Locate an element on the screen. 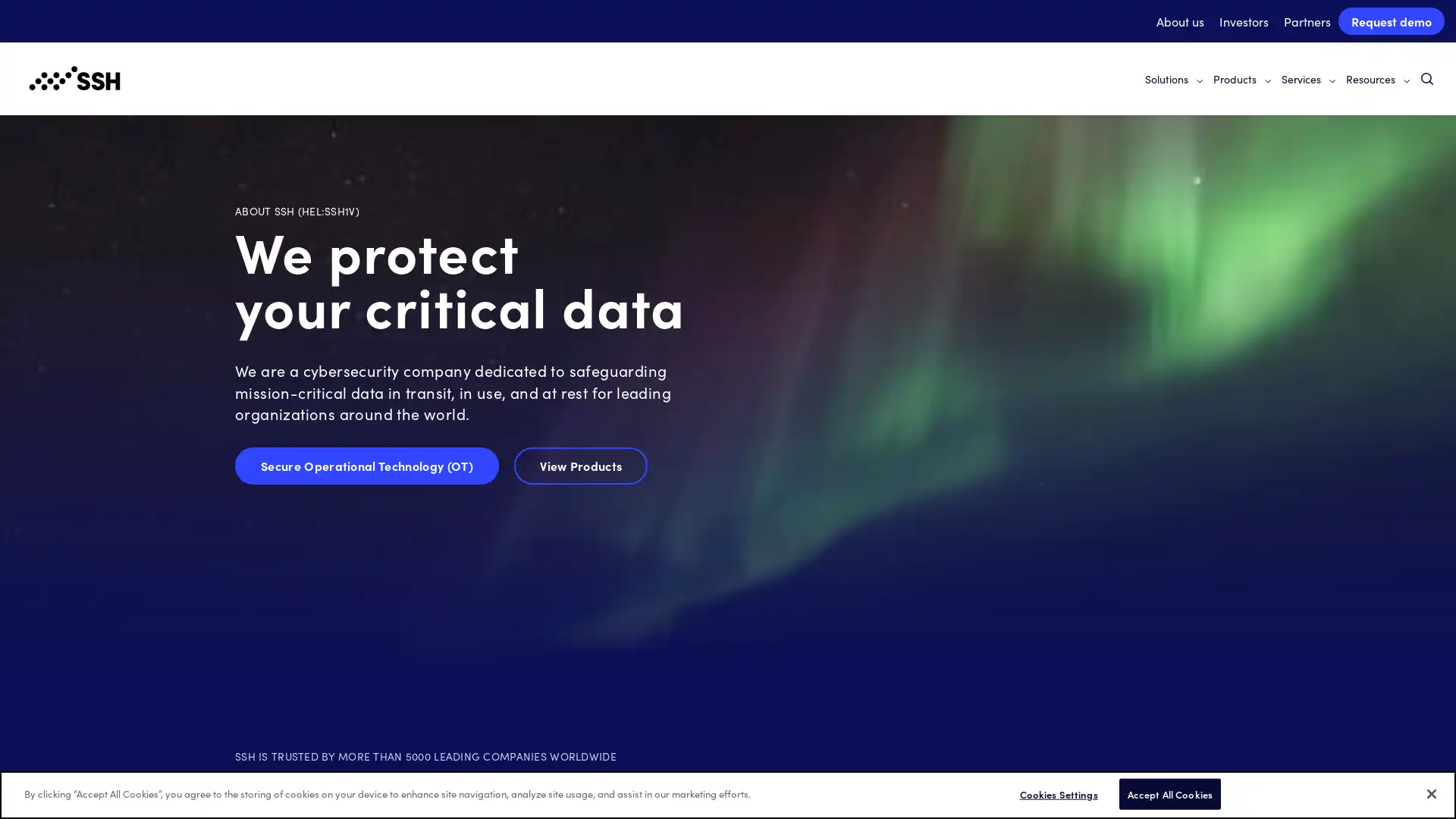 The height and width of the screenshot is (819, 1456). Accept All Cookies is located at coordinates (1169, 792).